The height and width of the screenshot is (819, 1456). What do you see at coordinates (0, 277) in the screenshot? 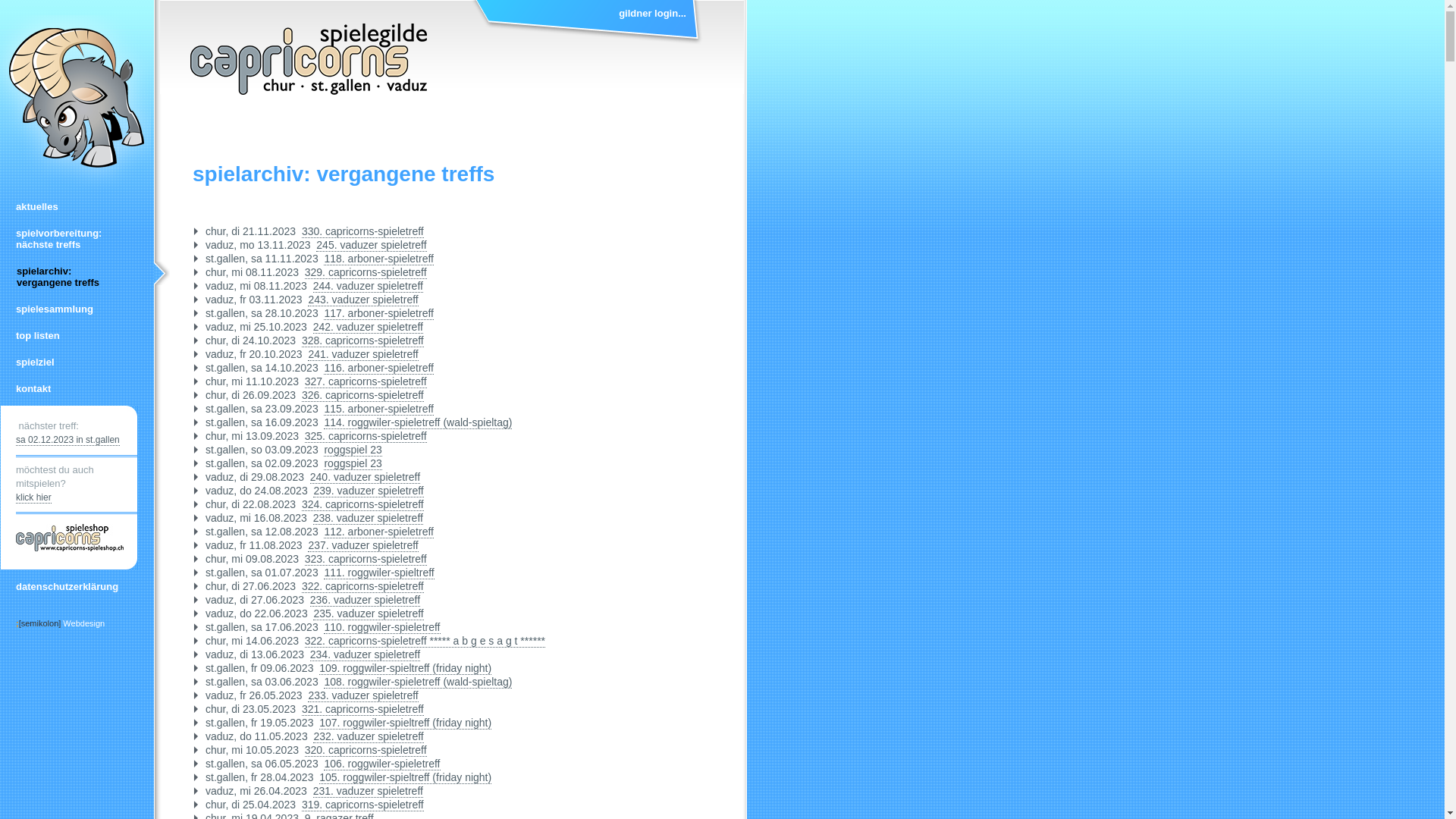
I see `'spielarchiv:` at bounding box center [0, 277].